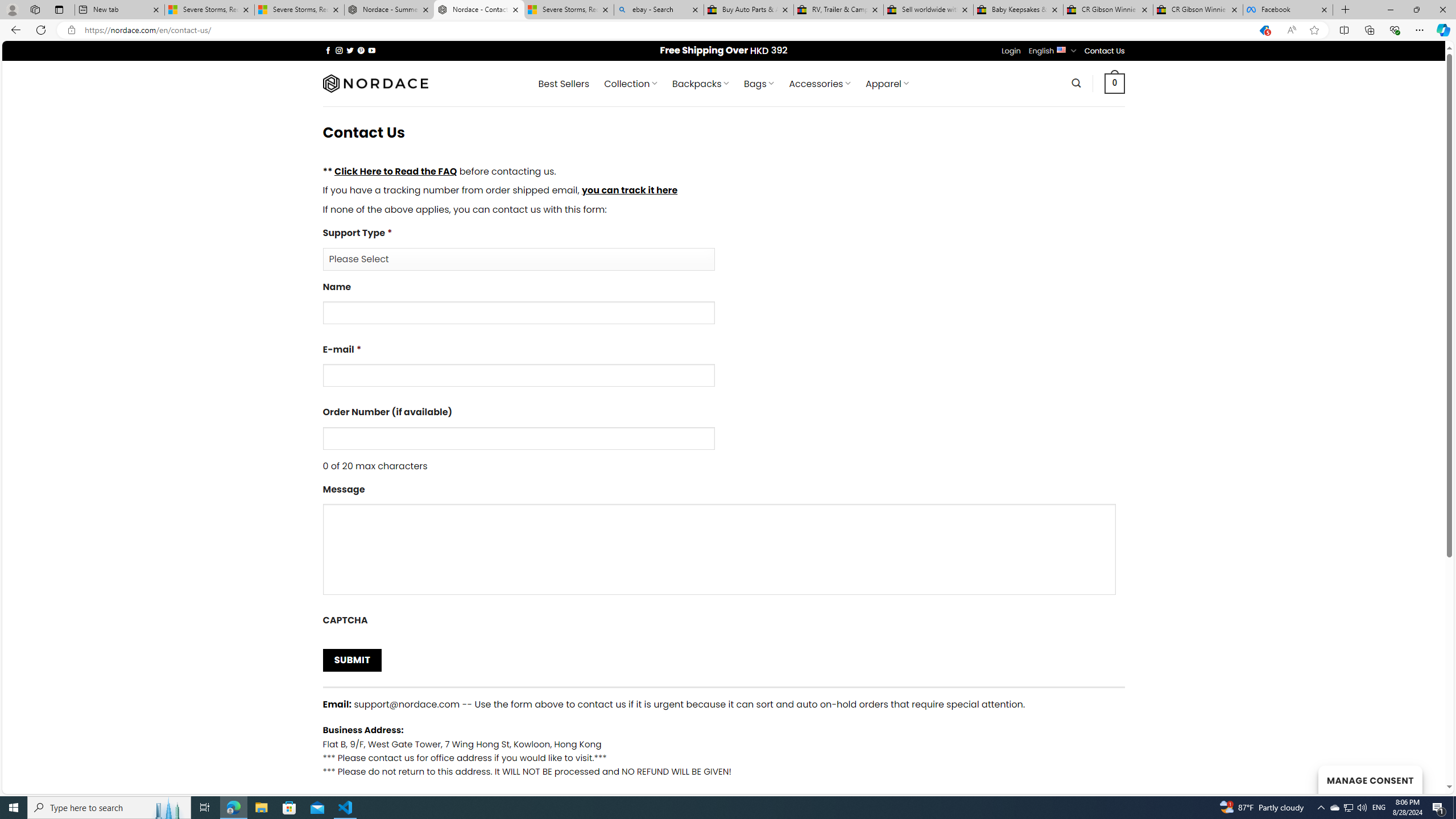 Image resolution: width=1456 pixels, height=819 pixels. What do you see at coordinates (564, 83) in the screenshot?
I see `'  Best Sellers'` at bounding box center [564, 83].